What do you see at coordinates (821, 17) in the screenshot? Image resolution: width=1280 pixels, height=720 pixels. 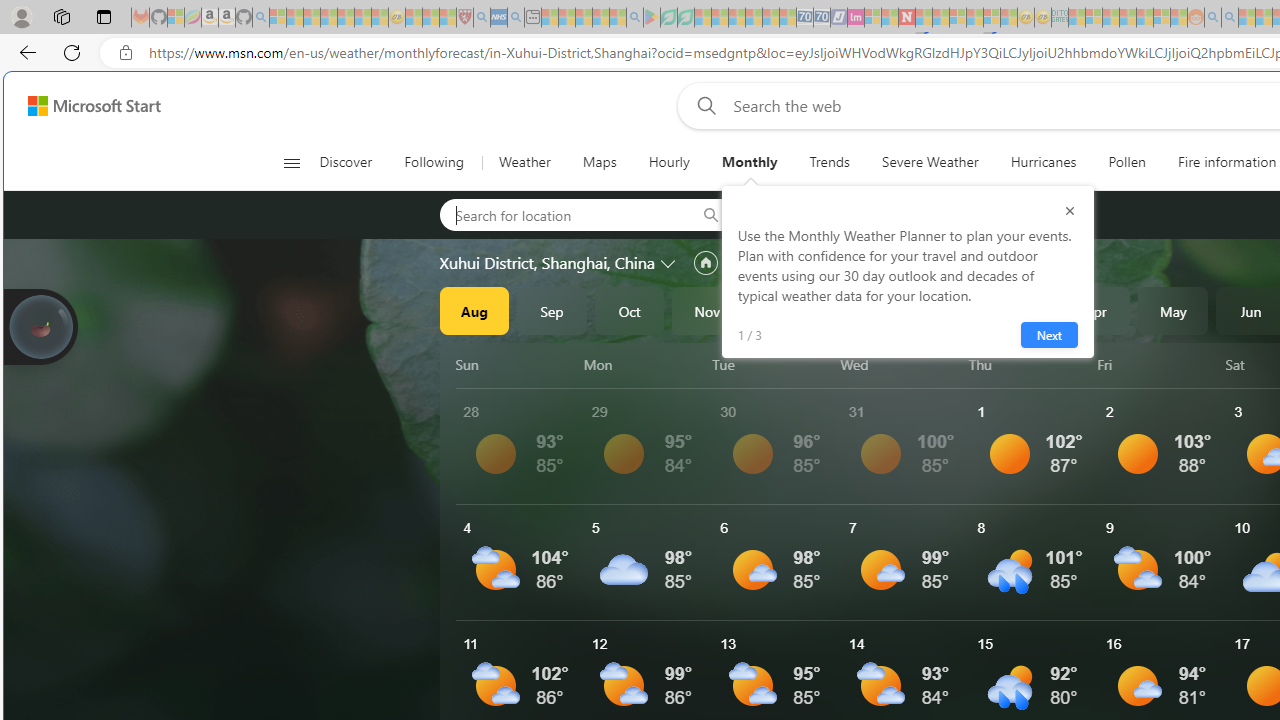 I see `'Cheap Hotels - Save70.com - Sleeping'` at bounding box center [821, 17].